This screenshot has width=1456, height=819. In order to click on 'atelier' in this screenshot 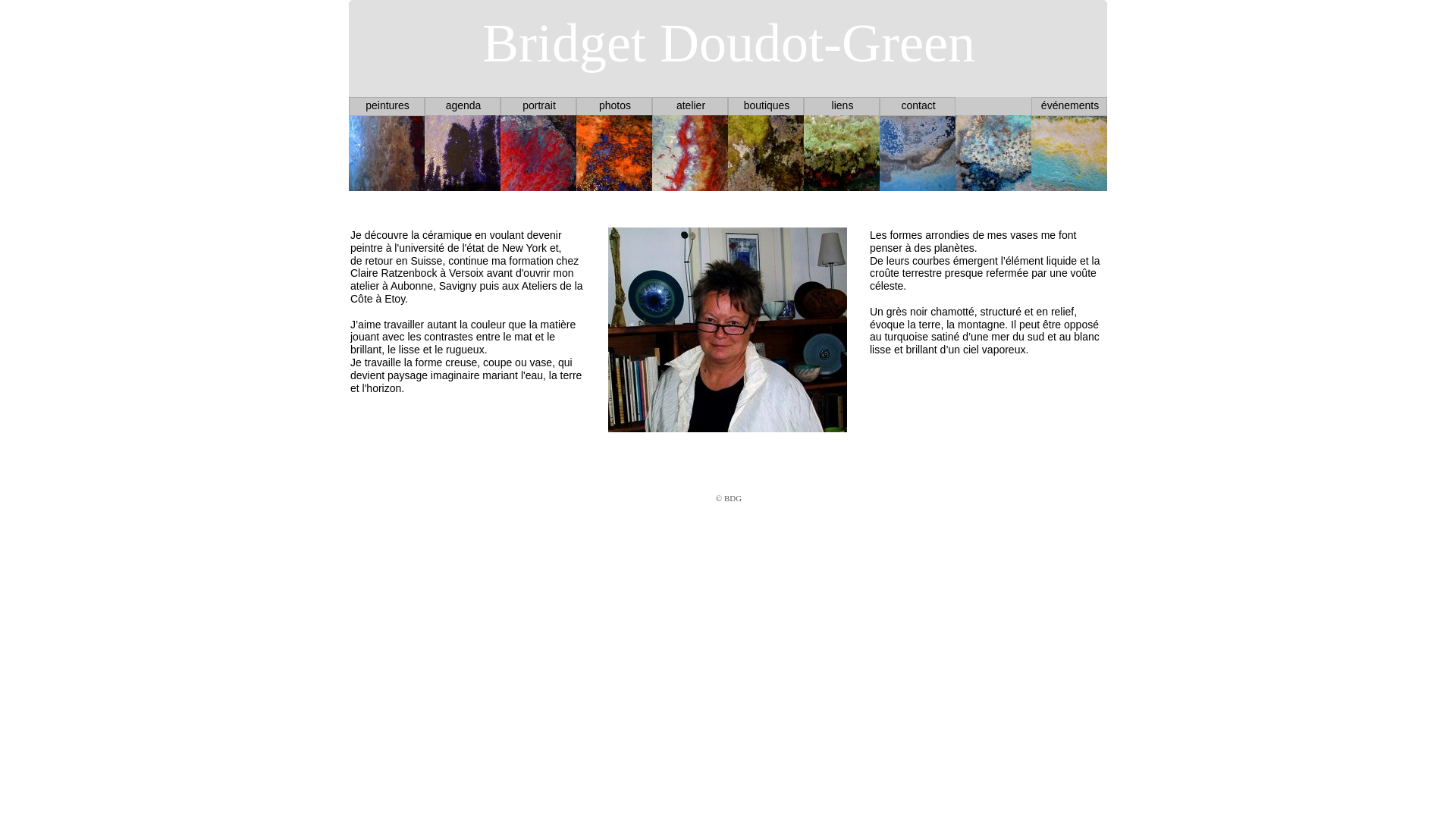, I will do `click(690, 104)`.